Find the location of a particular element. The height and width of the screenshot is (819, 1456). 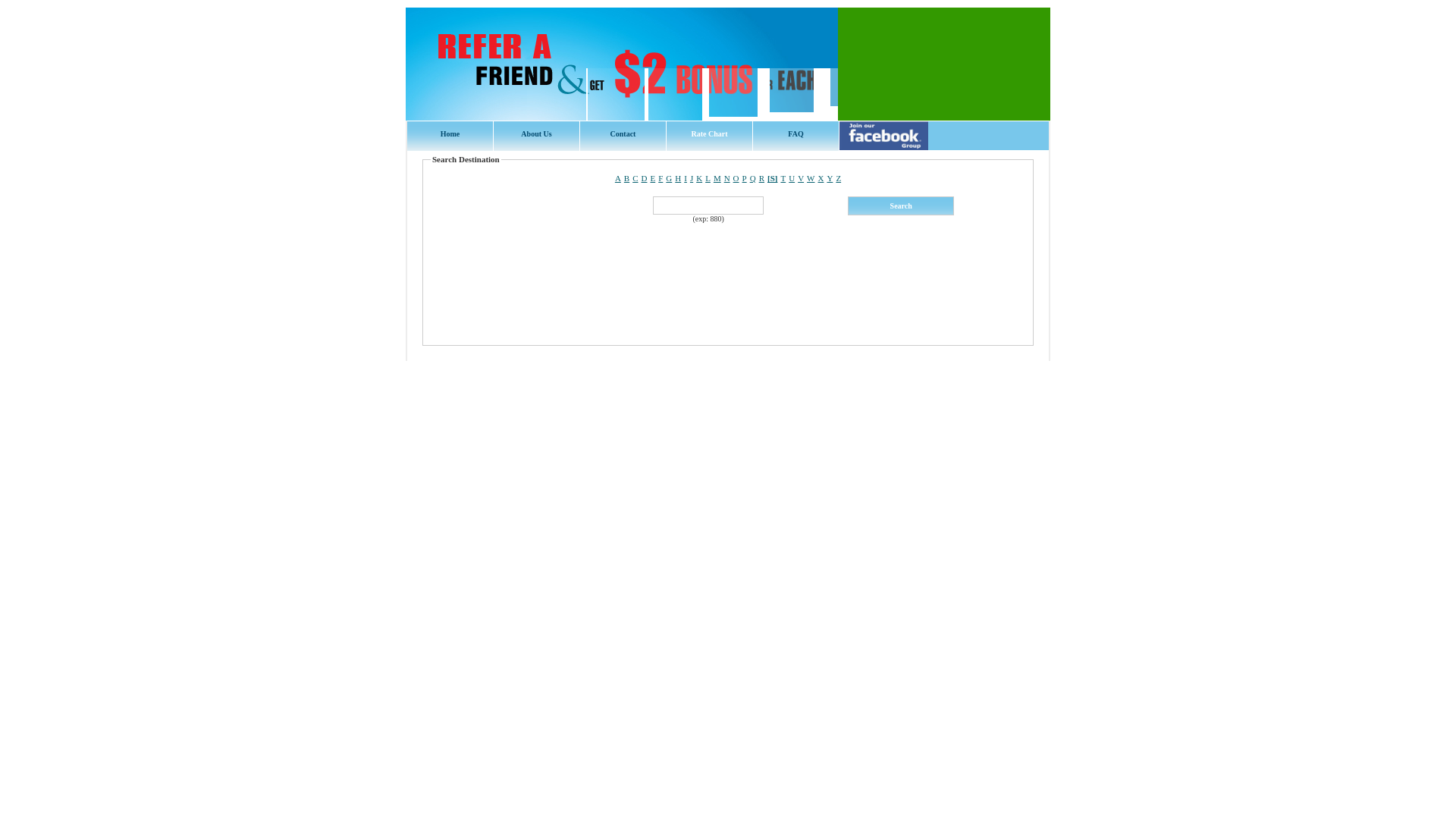

'R' is located at coordinates (761, 177).